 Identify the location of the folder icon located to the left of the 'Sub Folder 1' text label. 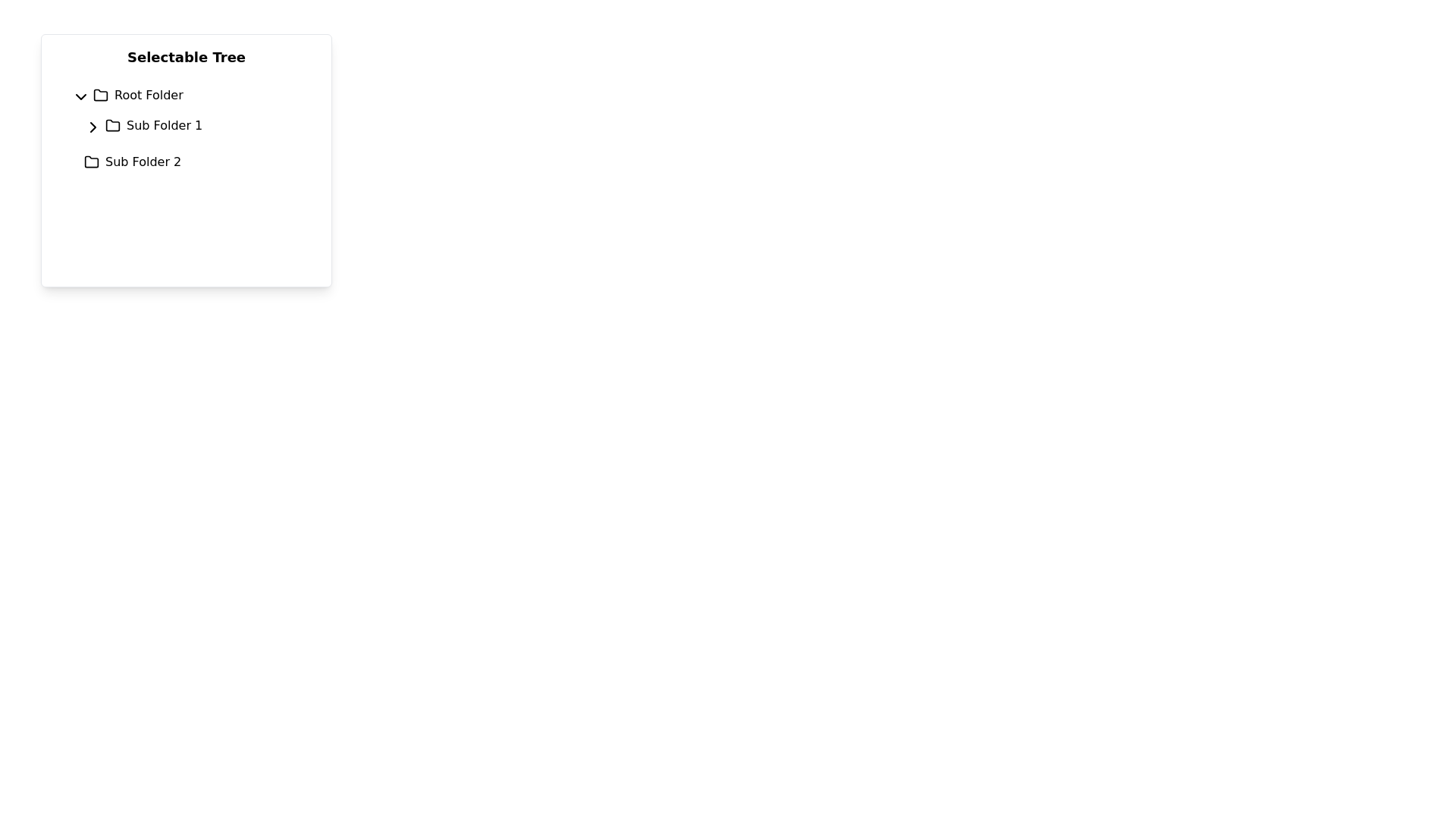
(111, 124).